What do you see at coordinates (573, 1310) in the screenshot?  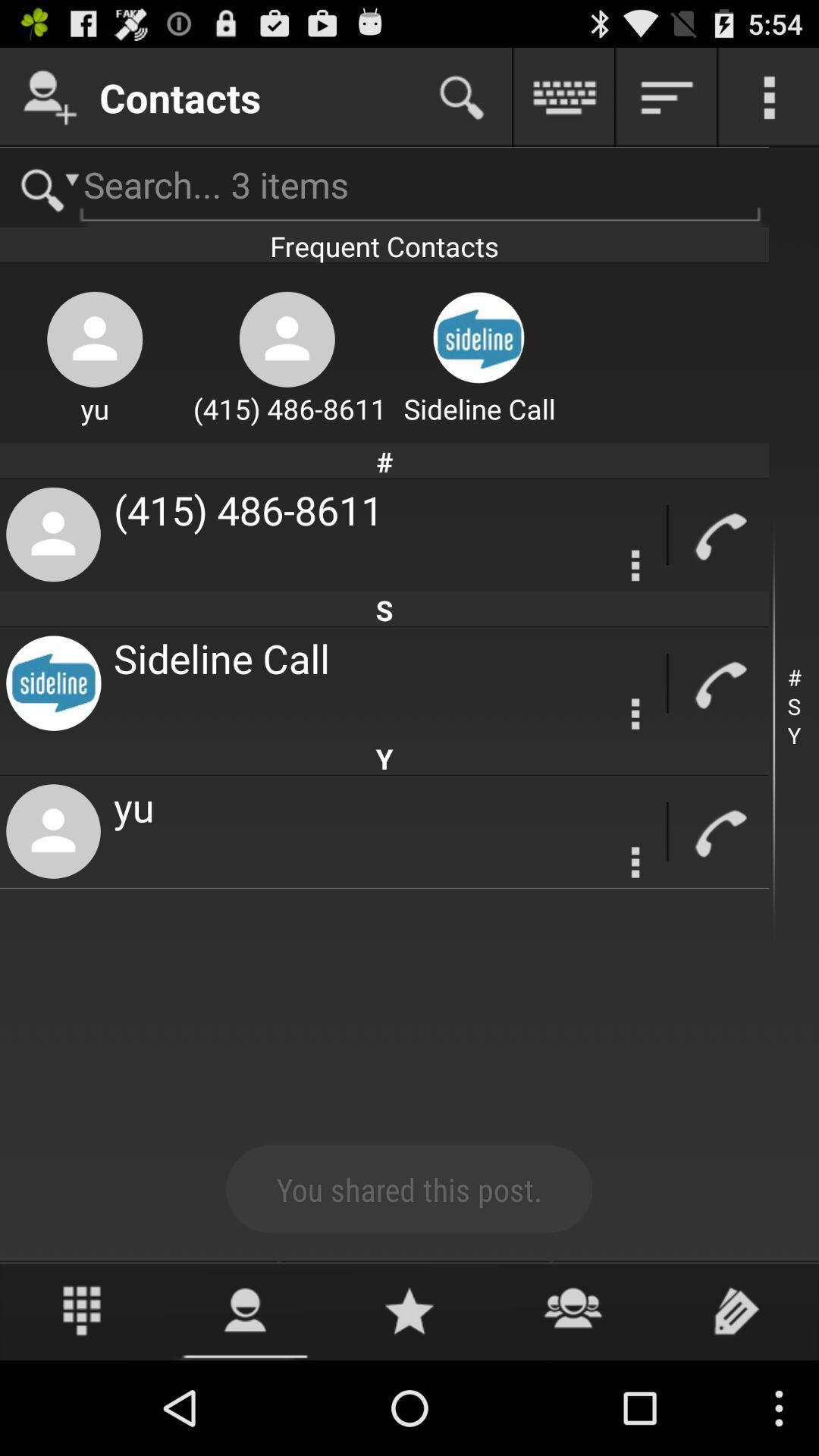 I see `share with friends` at bounding box center [573, 1310].